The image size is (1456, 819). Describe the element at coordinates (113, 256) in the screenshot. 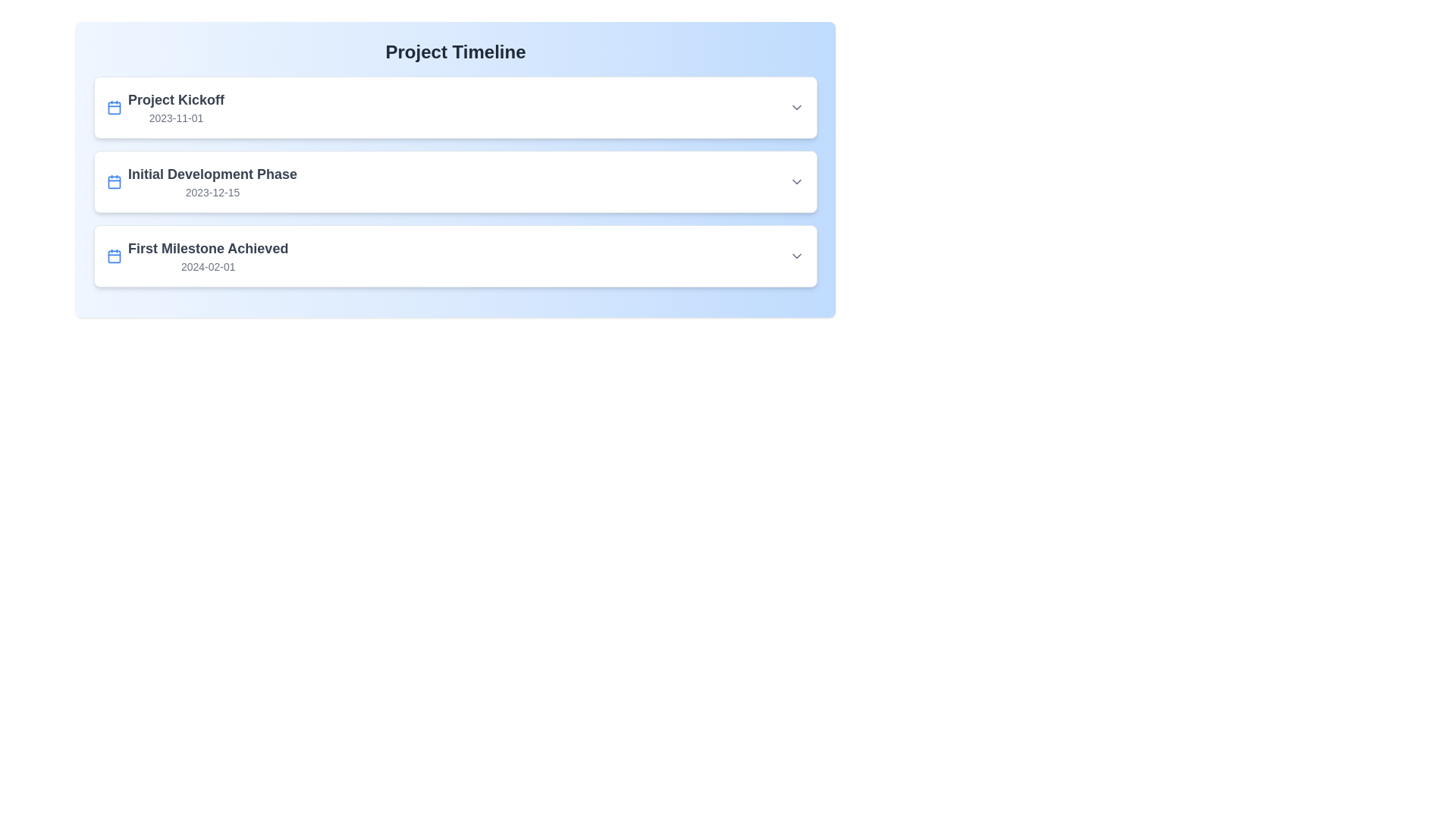

I see `the rounded rectangle element that is part of the calendar icon for the first milestone achieved on 2024-02-01, located to the left of the milestone's label text` at that location.